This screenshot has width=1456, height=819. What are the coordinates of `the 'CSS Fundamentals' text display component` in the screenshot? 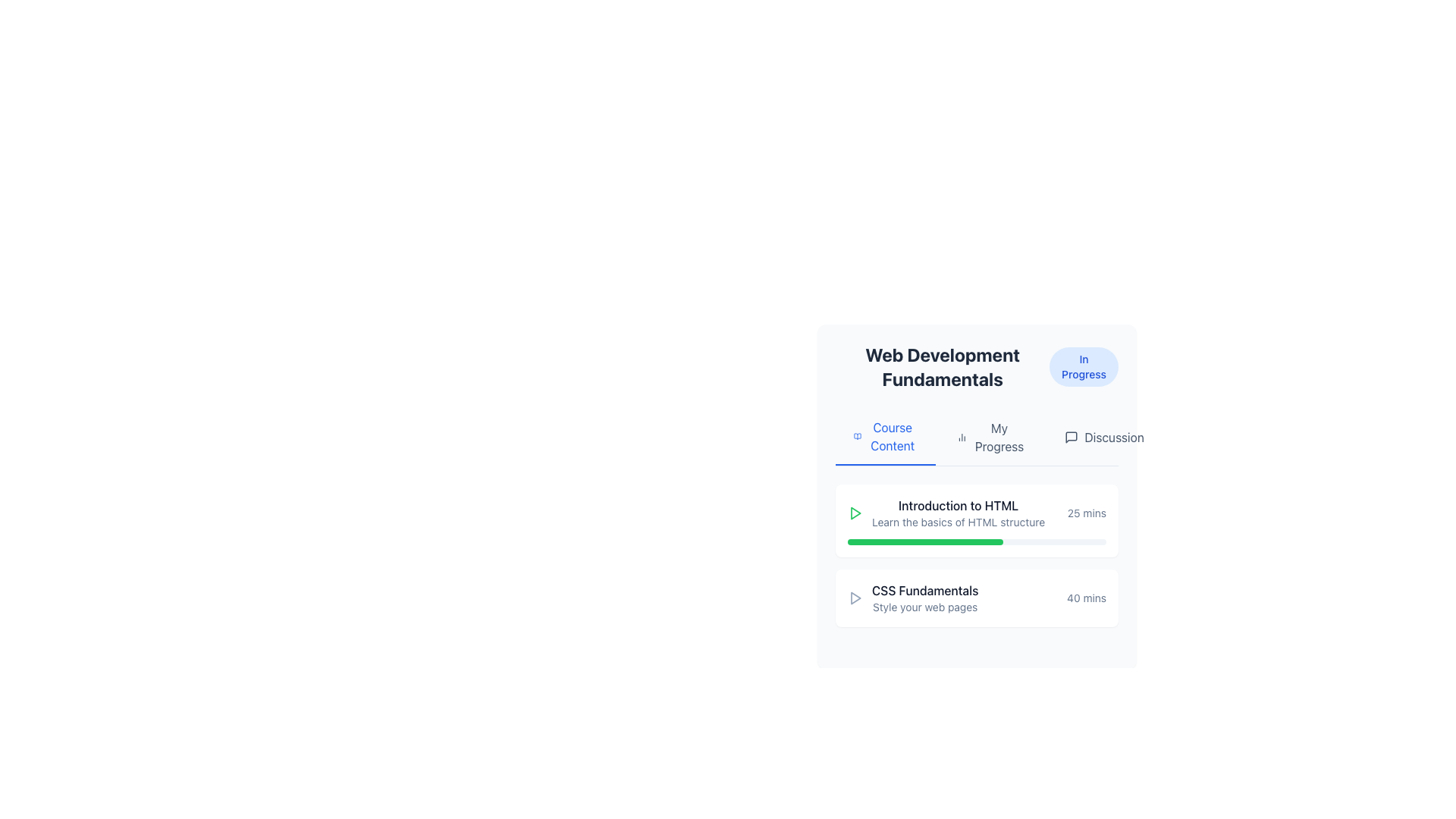 It's located at (924, 598).